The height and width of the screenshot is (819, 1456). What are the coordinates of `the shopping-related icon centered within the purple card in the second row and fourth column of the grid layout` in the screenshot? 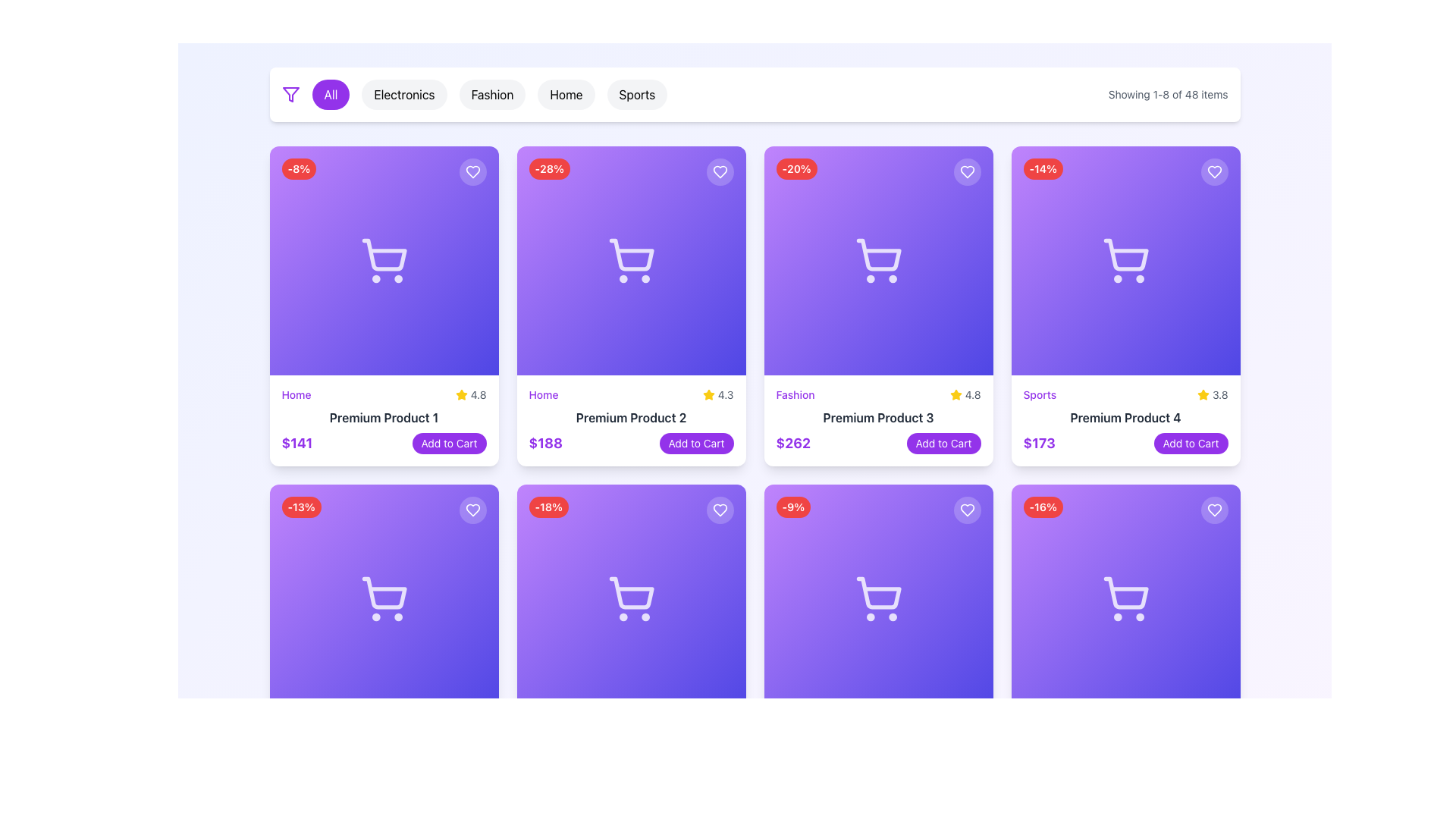 It's located at (1125, 259).